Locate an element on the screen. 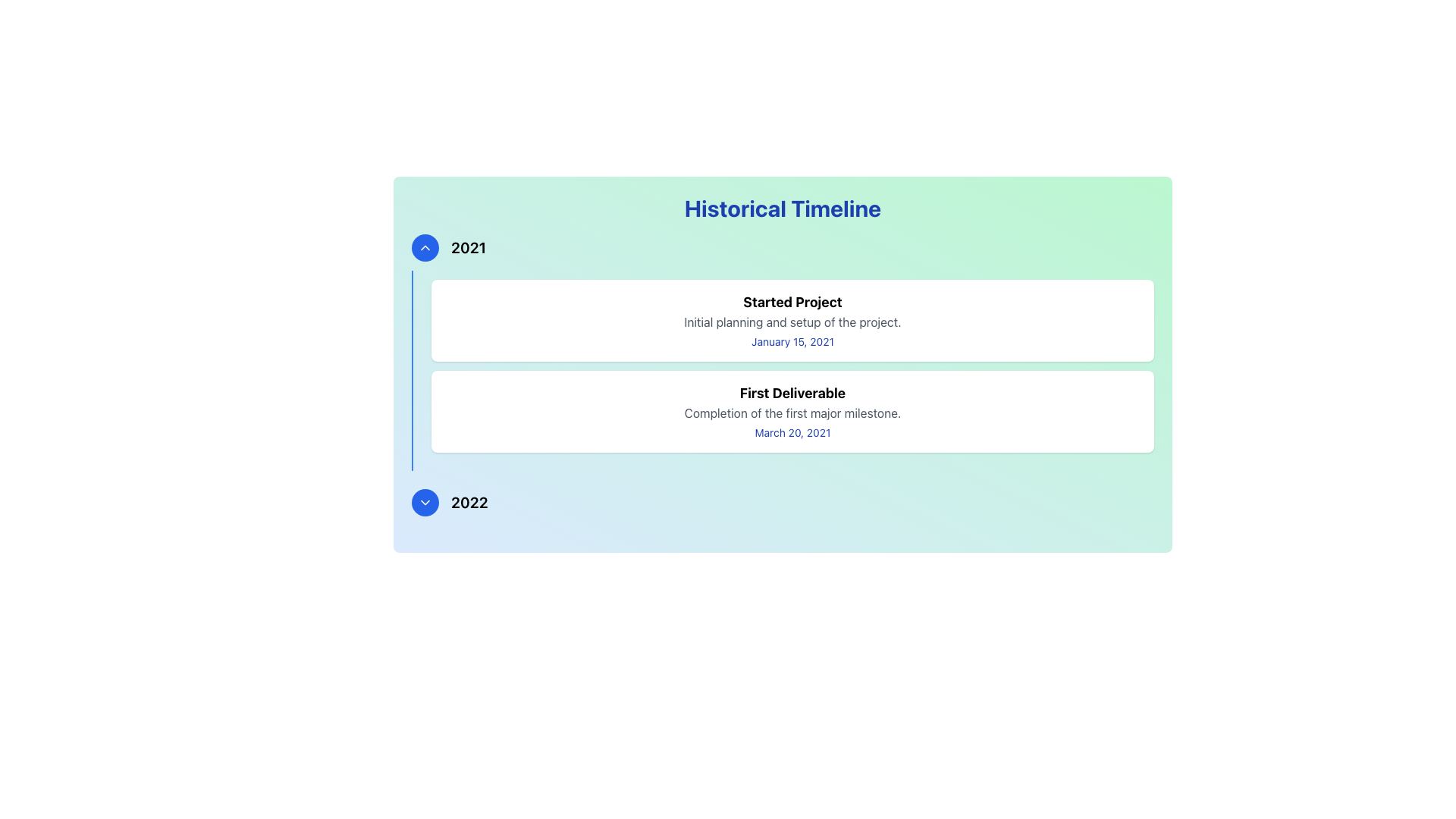  text from the first Content card on the timeline event titled 'Started Project', which is outlined in a blue border and located above the 'First Deliverable' card is located at coordinates (792, 320).